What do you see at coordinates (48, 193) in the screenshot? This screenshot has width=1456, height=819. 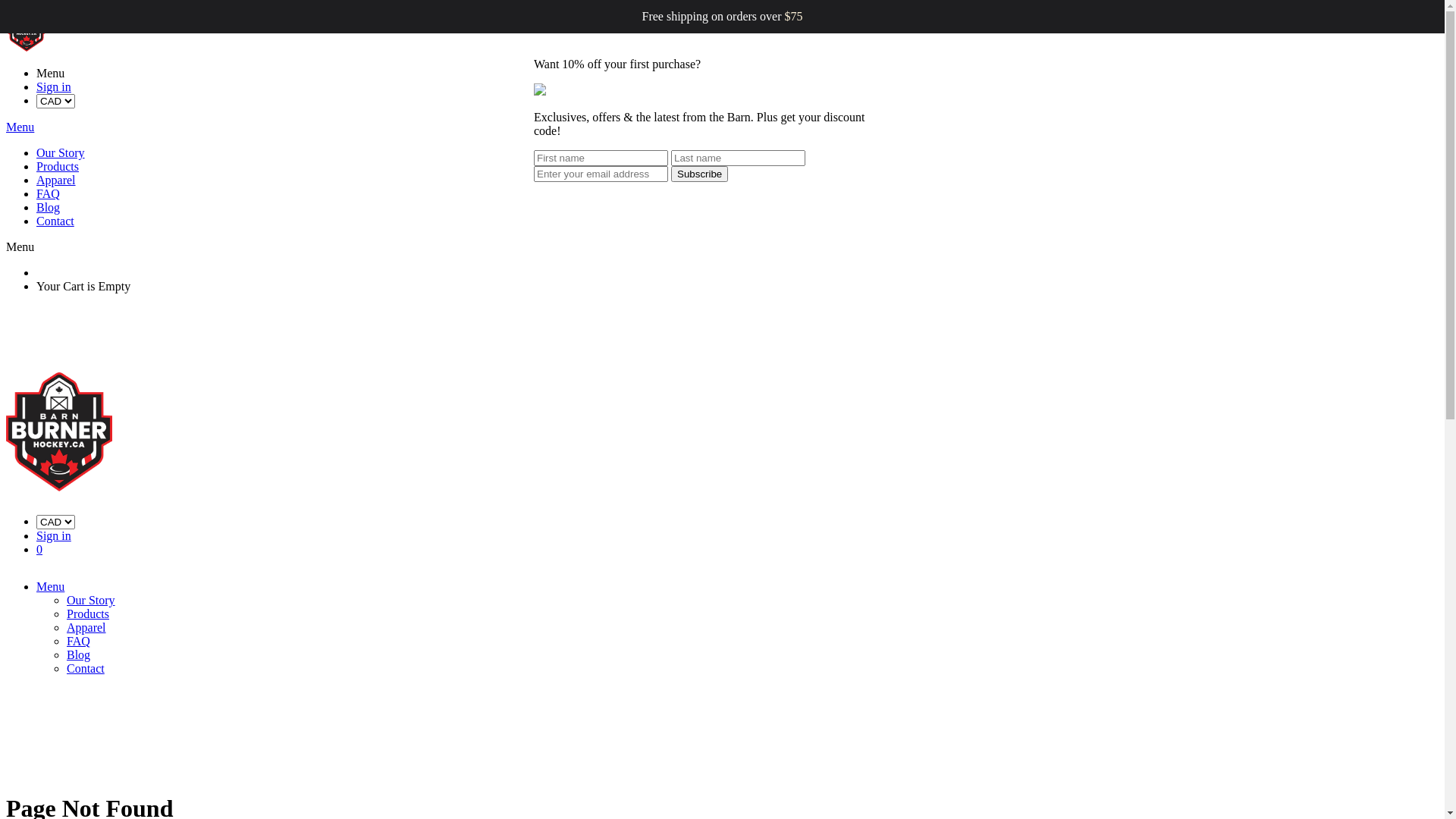 I see `'FAQ'` at bounding box center [48, 193].